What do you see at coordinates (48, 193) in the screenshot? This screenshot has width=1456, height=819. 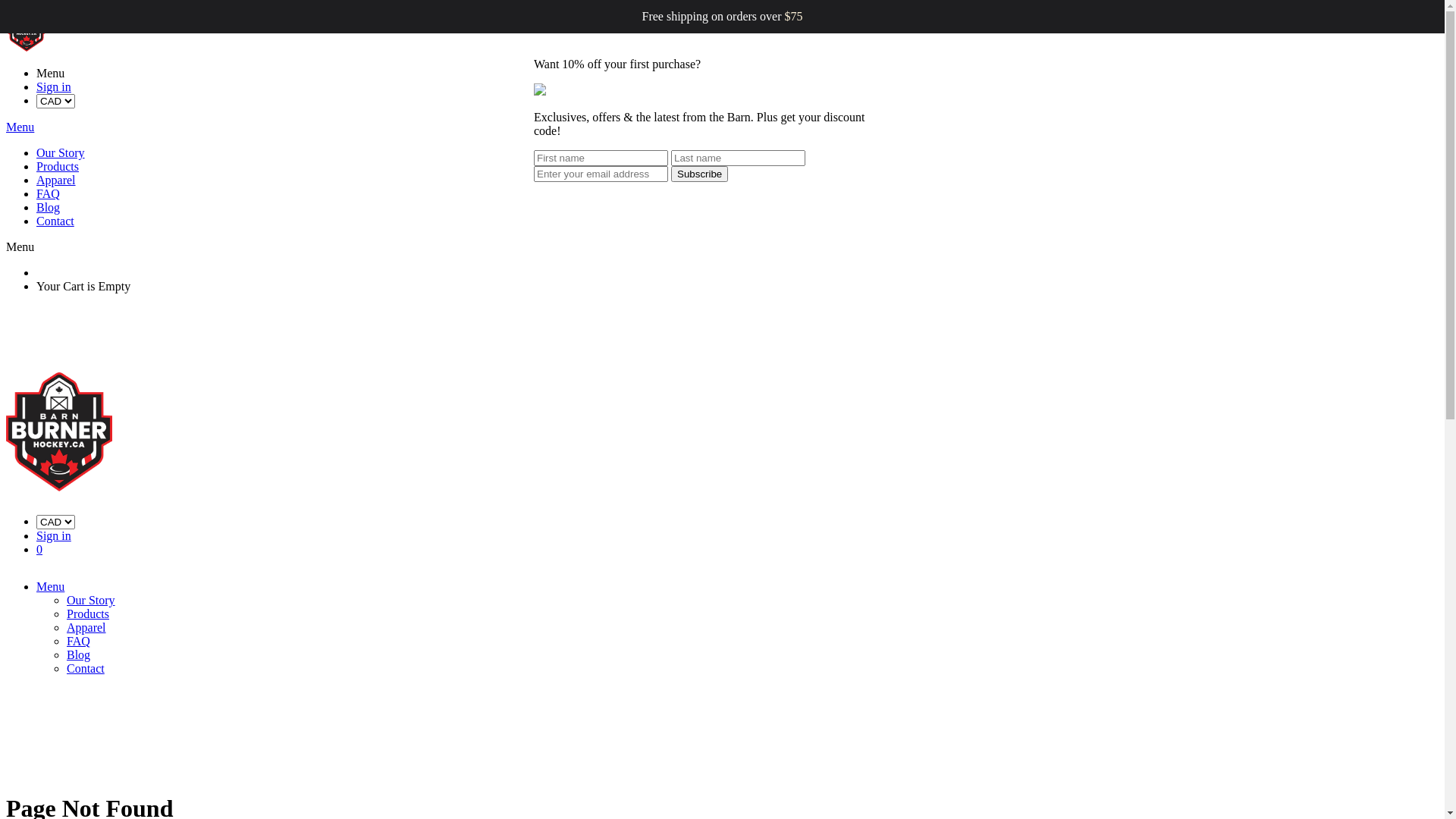 I see `'FAQ'` at bounding box center [48, 193].